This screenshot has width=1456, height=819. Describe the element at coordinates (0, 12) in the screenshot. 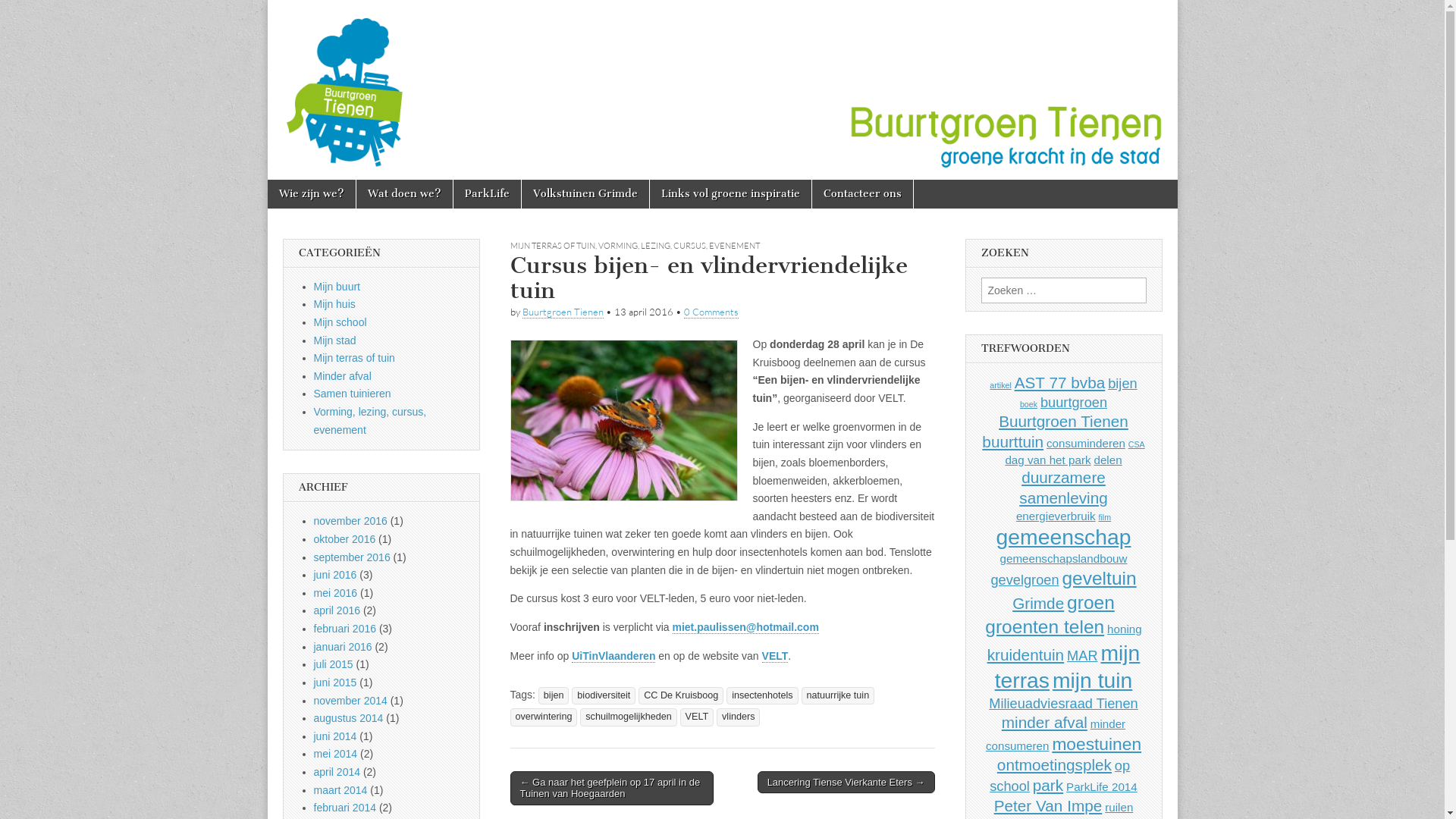

I see `'Zoeken'` at that location.